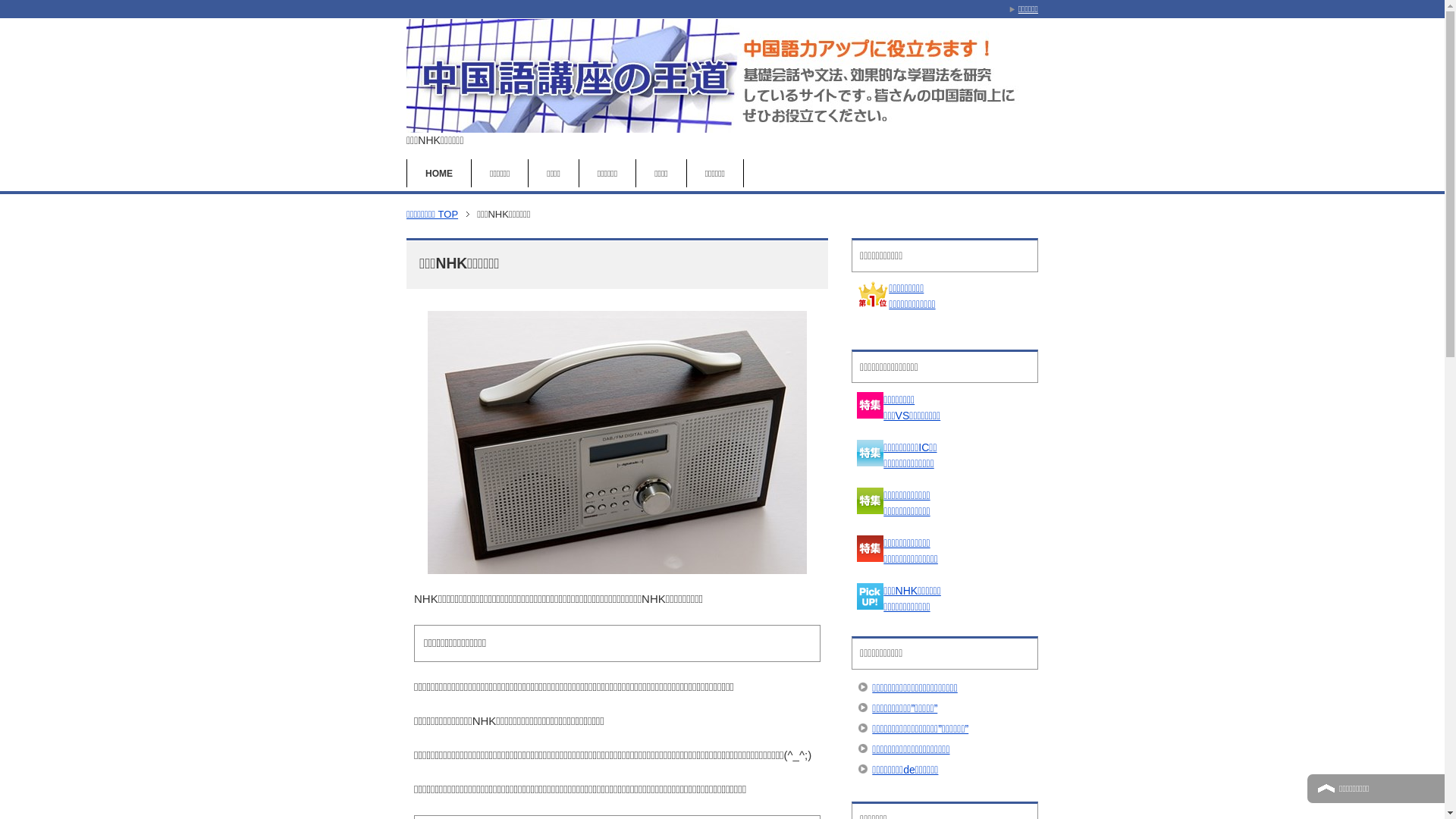 This screenshot has height=819, width=1456. What do you see at coordinates (438, 172) in the screenshot?
I see `'HOME'` at bounding box center [438, 172].